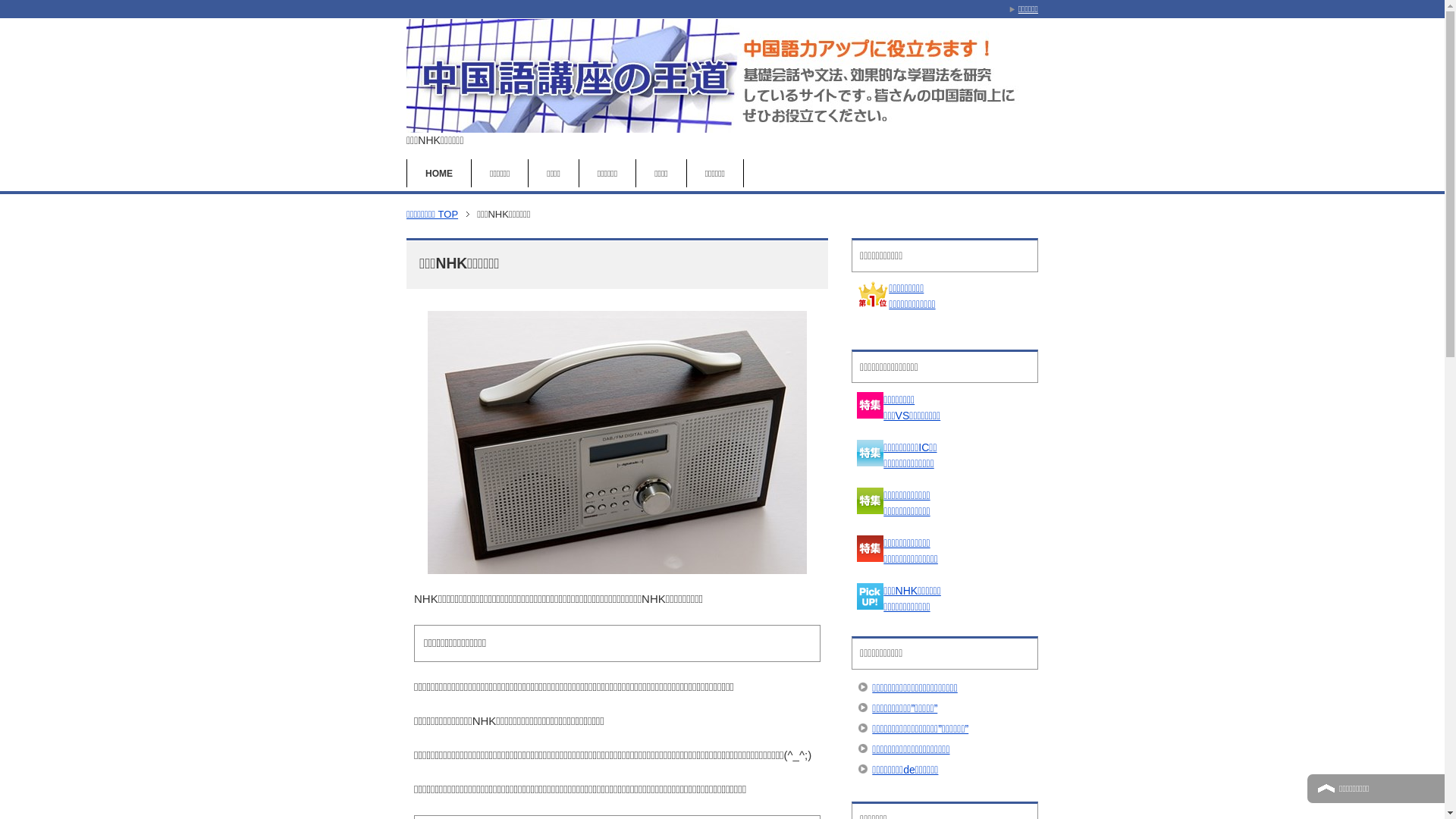 This screenshot has height=819, width=1456. What do you see at coordinates (438, 172) in the screenshot?
I see `'HOME'` at bounding box center [438, 172].